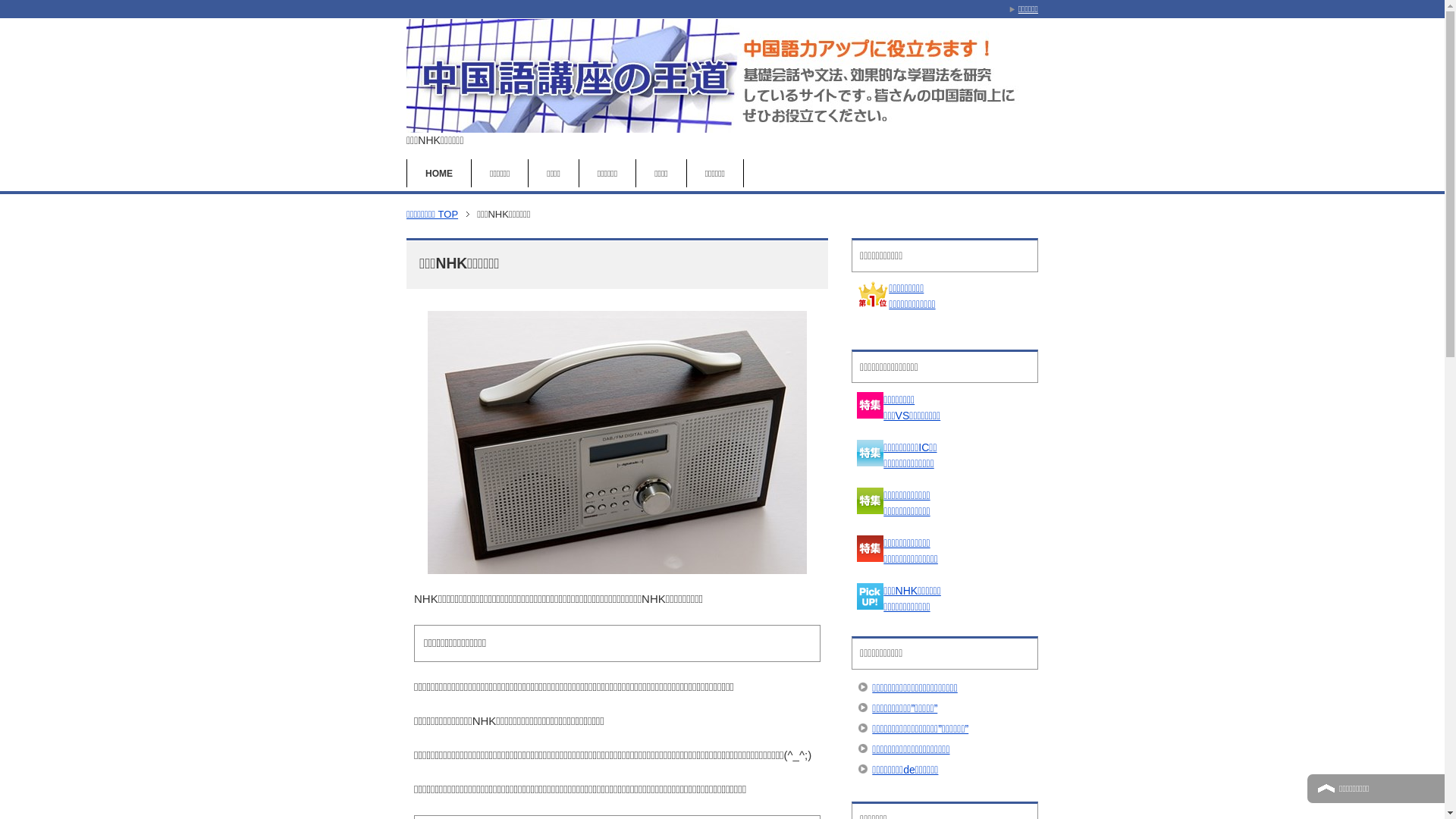 This screenshot has height=819, width=1456. What do you see at coordinates (438, 172) in the screenshot?
I see `'HOME'` at bounding box center [438, 172].